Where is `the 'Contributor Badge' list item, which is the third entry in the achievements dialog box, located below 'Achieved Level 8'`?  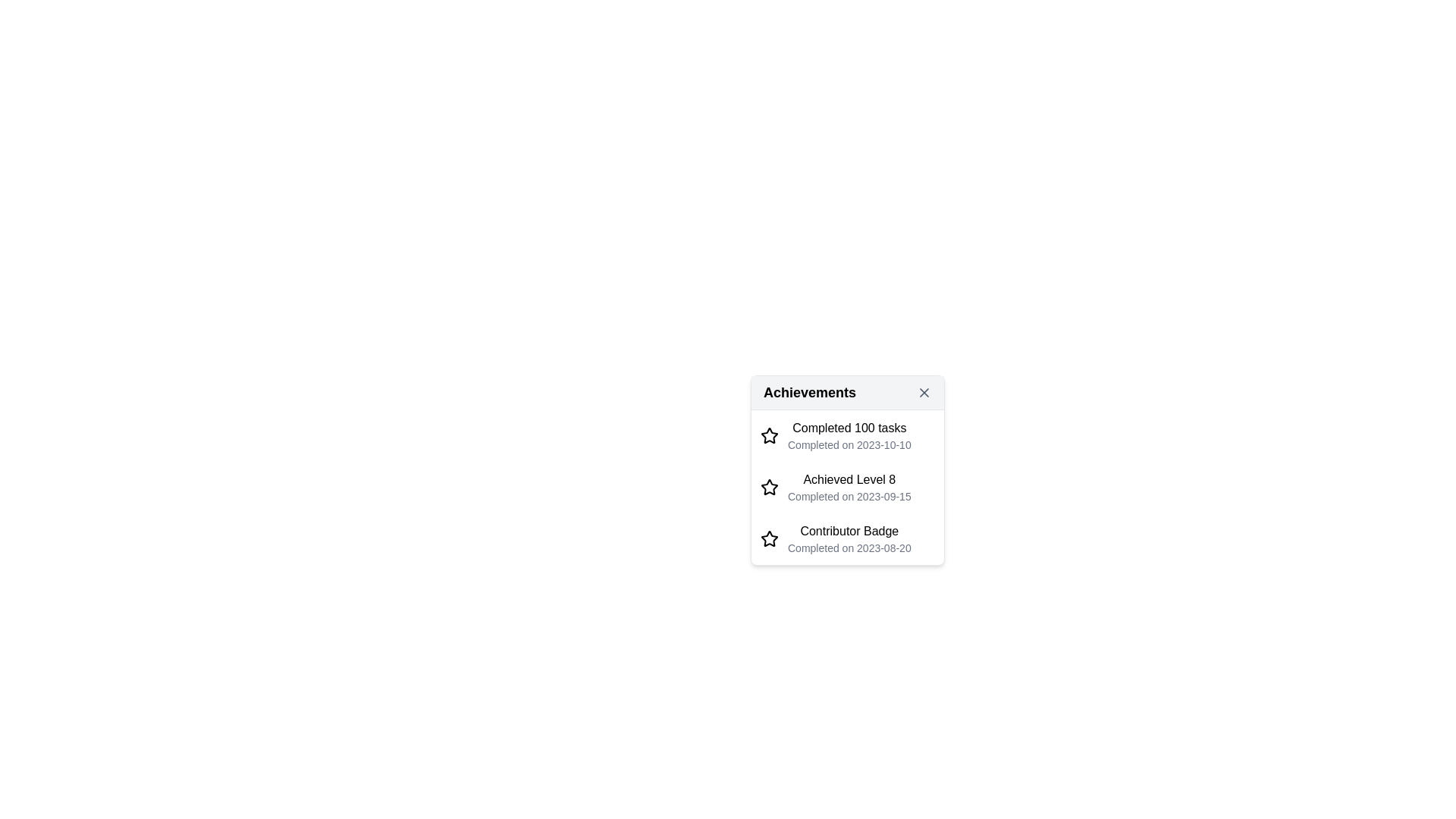
the 'Contributor Badge' list item, which is the third entry in the achievements dialog box, located below 'Achieved Level 8' is located at coordinates (847, 537).